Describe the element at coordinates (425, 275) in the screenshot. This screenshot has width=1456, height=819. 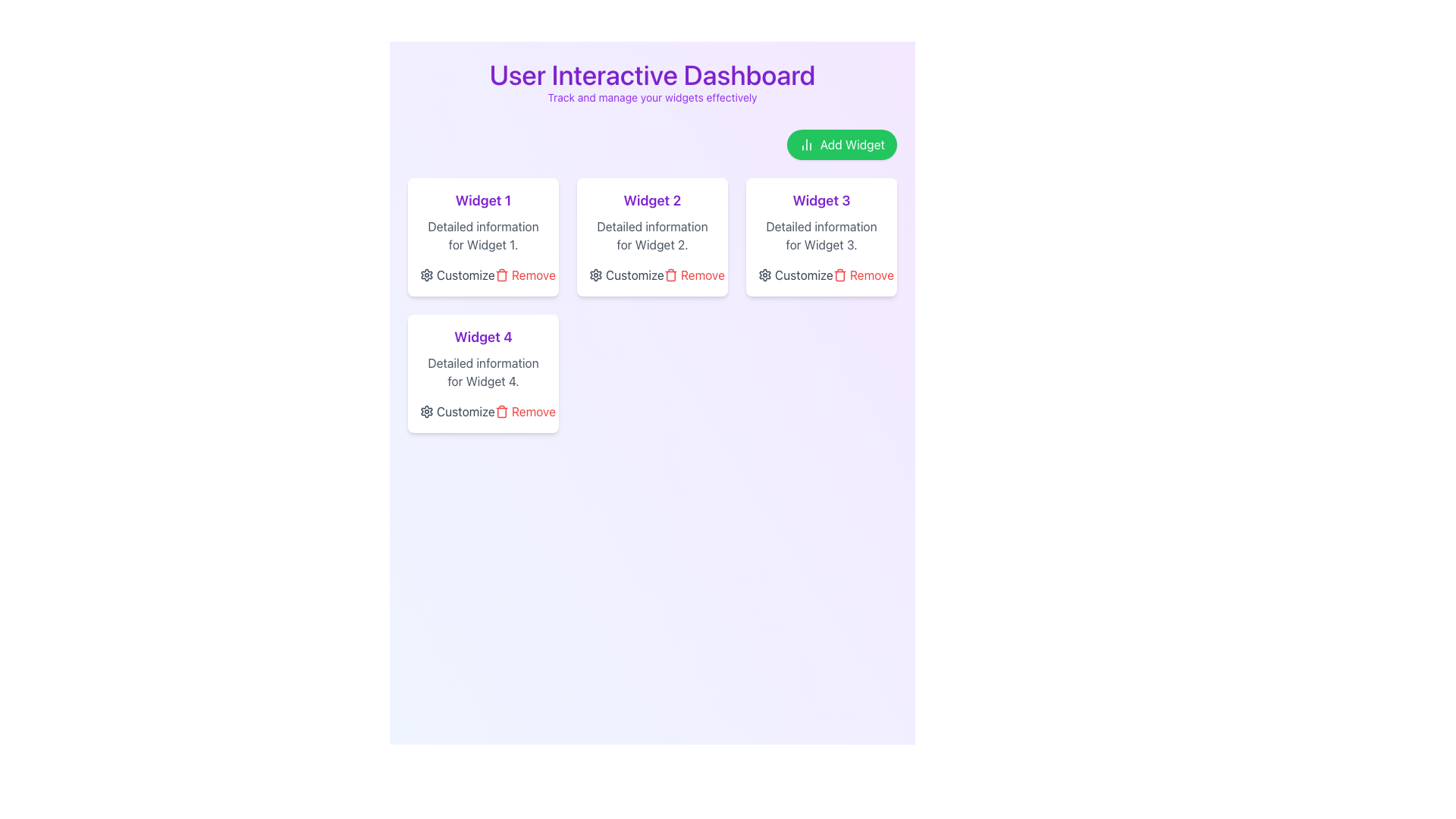
I see `the cogwheel icon button located in the top left portion of the dashboard interface within the 'Widget 1' card, adjacent to the 'Customize' text, to trigger a tooltip or highlight effect` at that location.